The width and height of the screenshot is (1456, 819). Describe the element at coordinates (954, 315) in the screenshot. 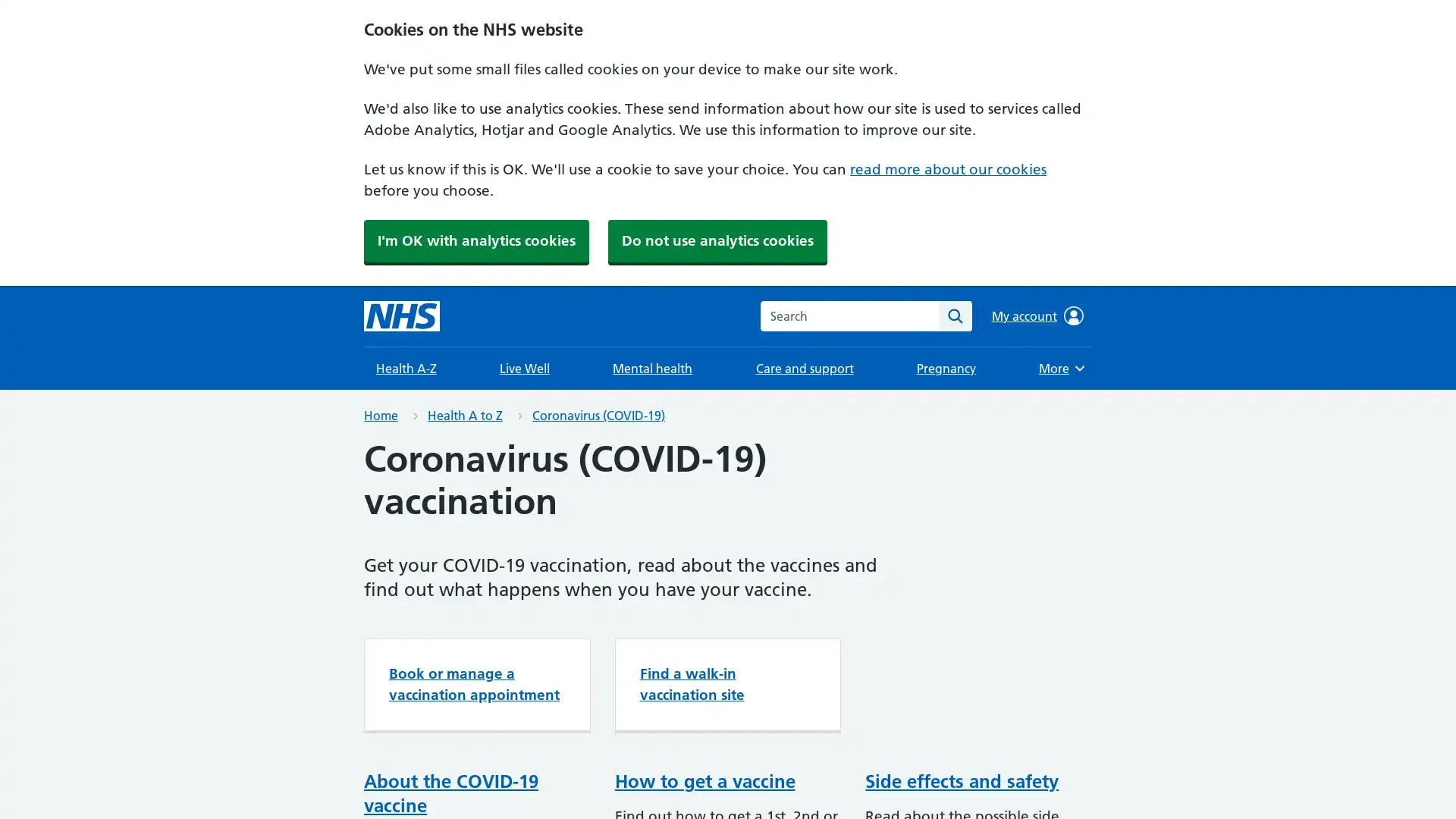

I see `Search` at that location.